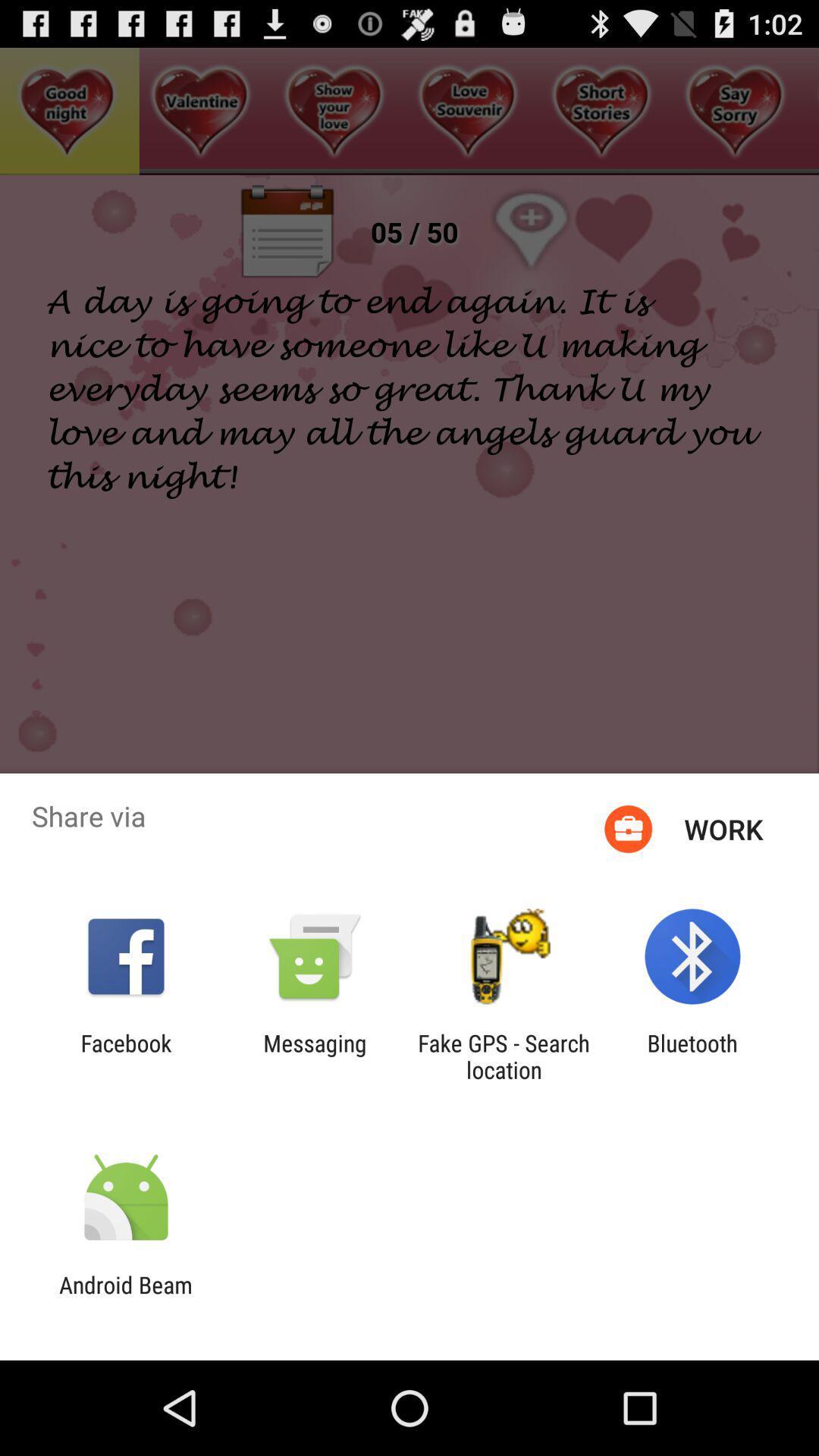 This screenshot has height=1456, width=819. I want to click on app to the right of fake gps search item, so click(692, 1056).